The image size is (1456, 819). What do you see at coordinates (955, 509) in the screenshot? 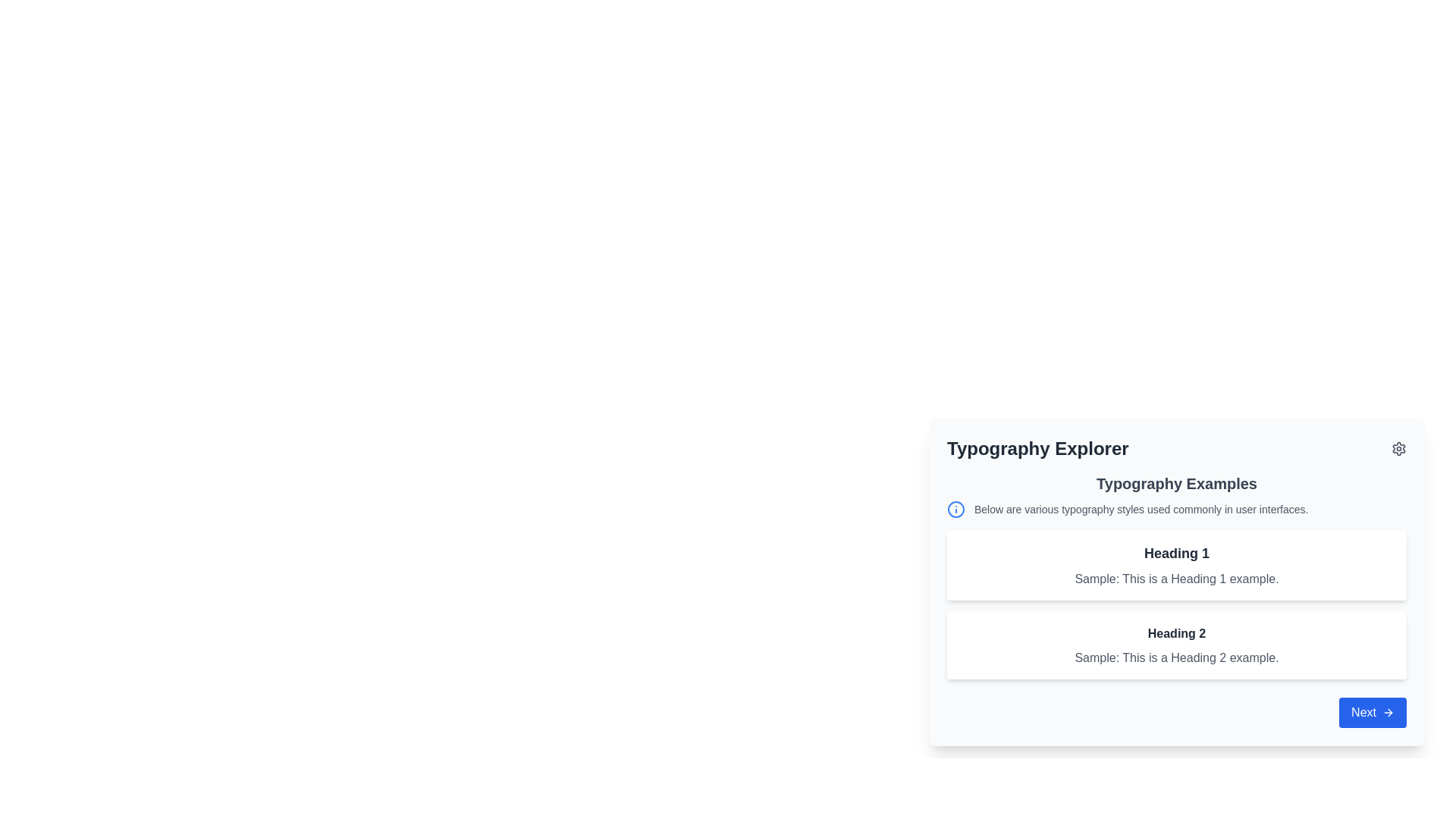
I see `the blue-toned SVG circle icon located to the left of the descriptive text block in the 'Typography Explorer' section` at bounding box center [955, 509].